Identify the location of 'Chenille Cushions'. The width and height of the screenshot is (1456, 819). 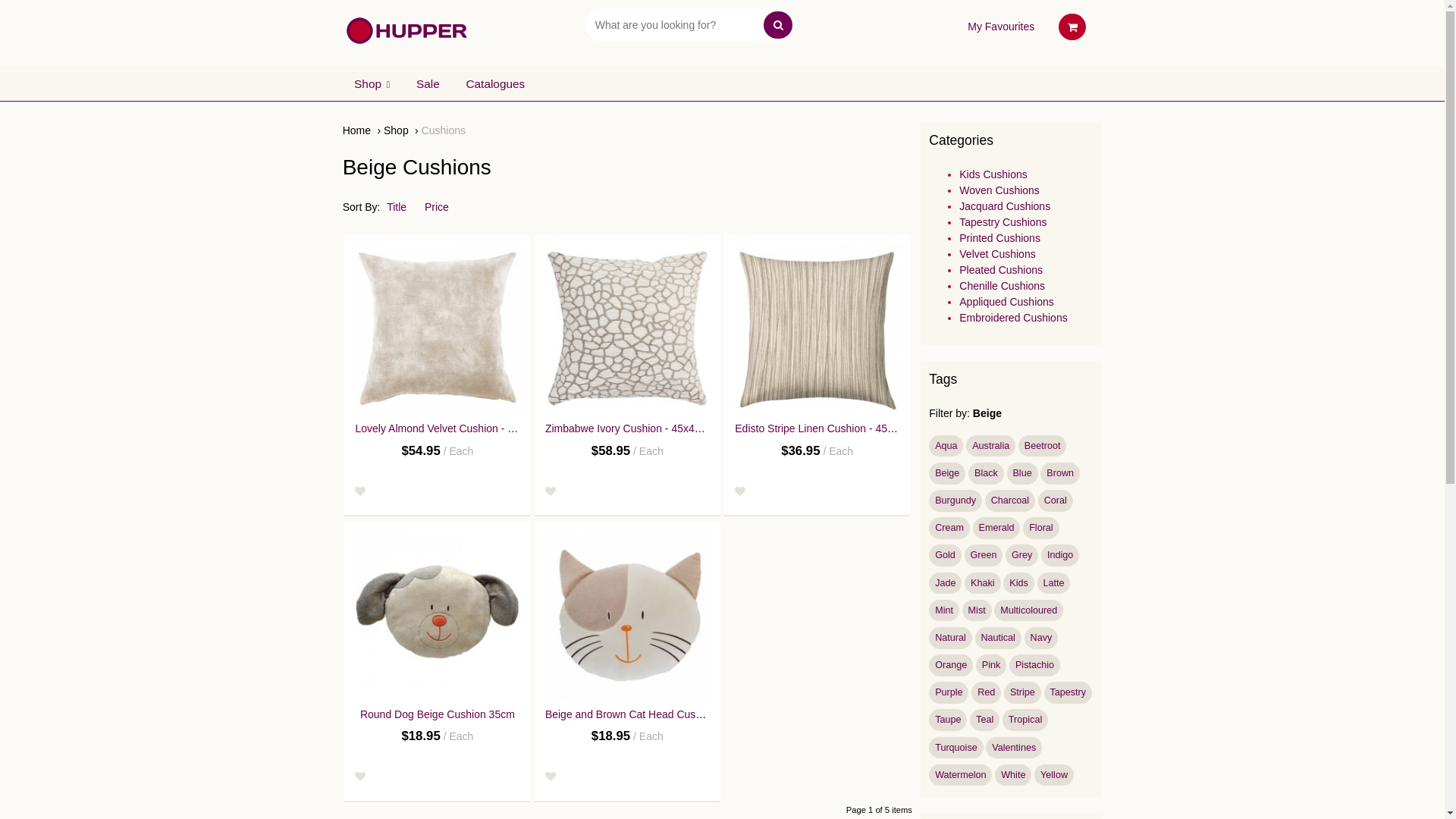
(1002, 286).